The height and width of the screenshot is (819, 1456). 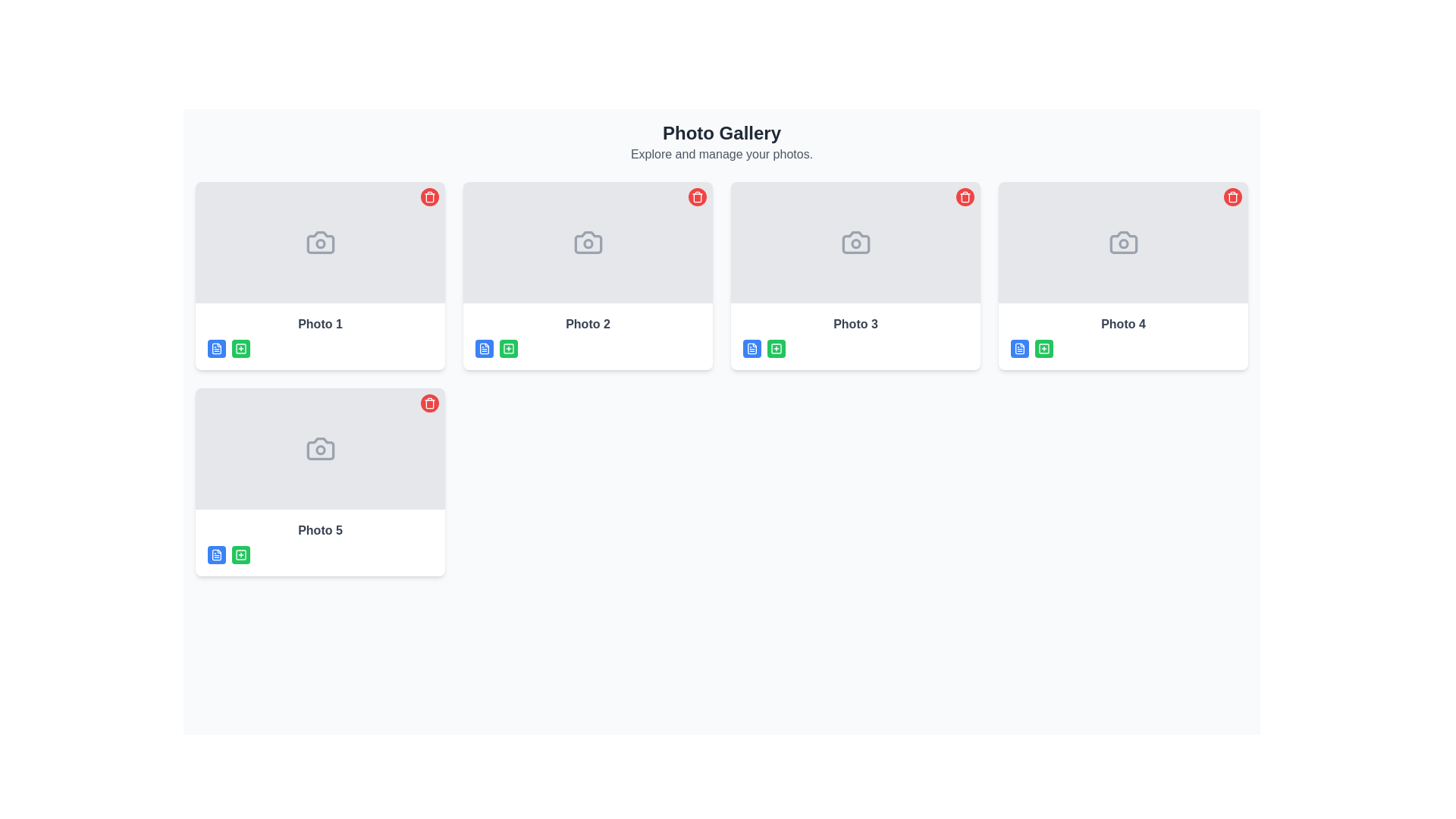 I want to click on the vertical body structure of the trash bin icon located in the top-right corner of the 'Photo 2' card, so click(x=697, y=197).